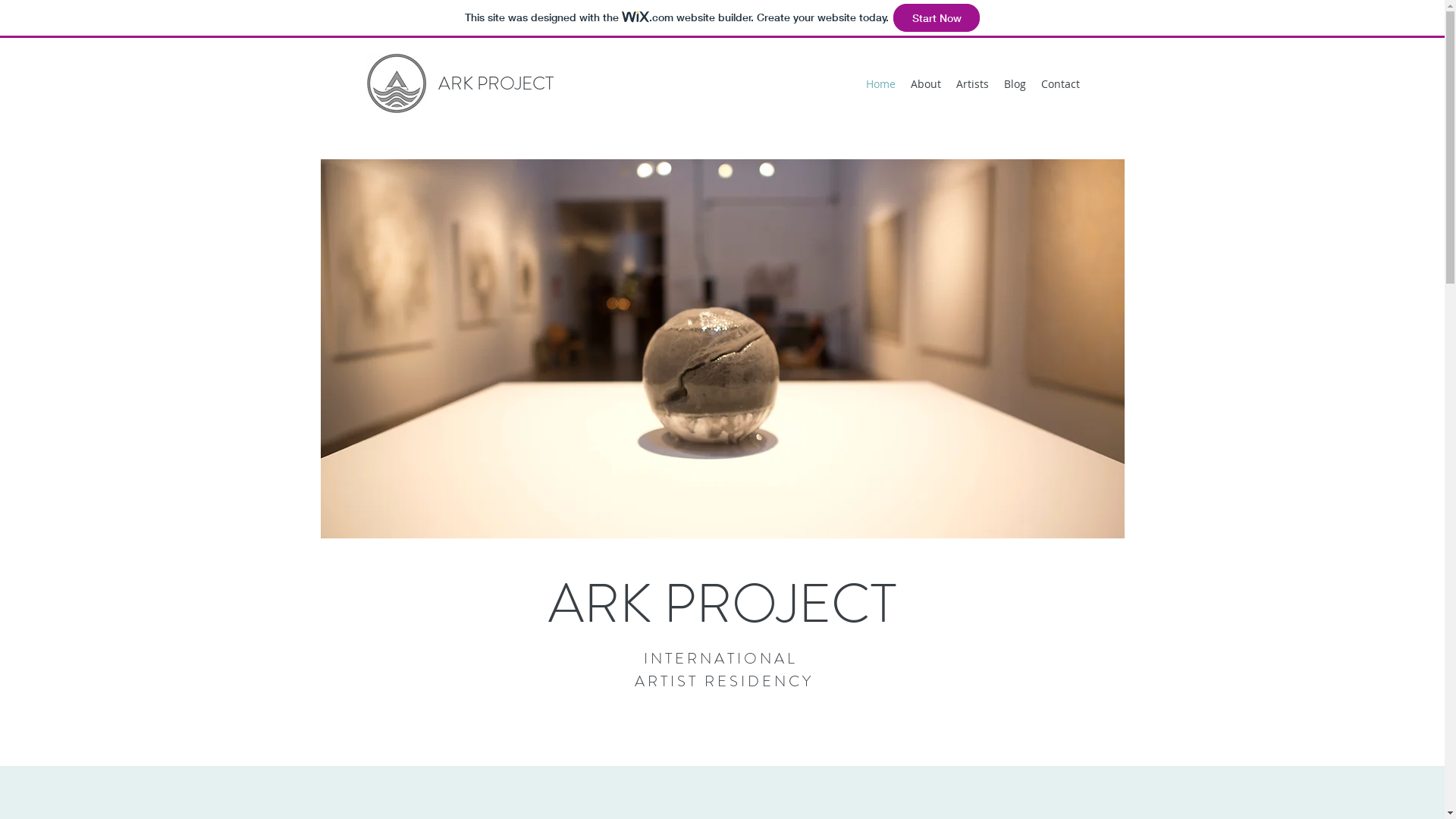  What do you see at coordinates (1059, 84) in the screenshot?
I see `'Contact'` at bounding box center [1059, 84].